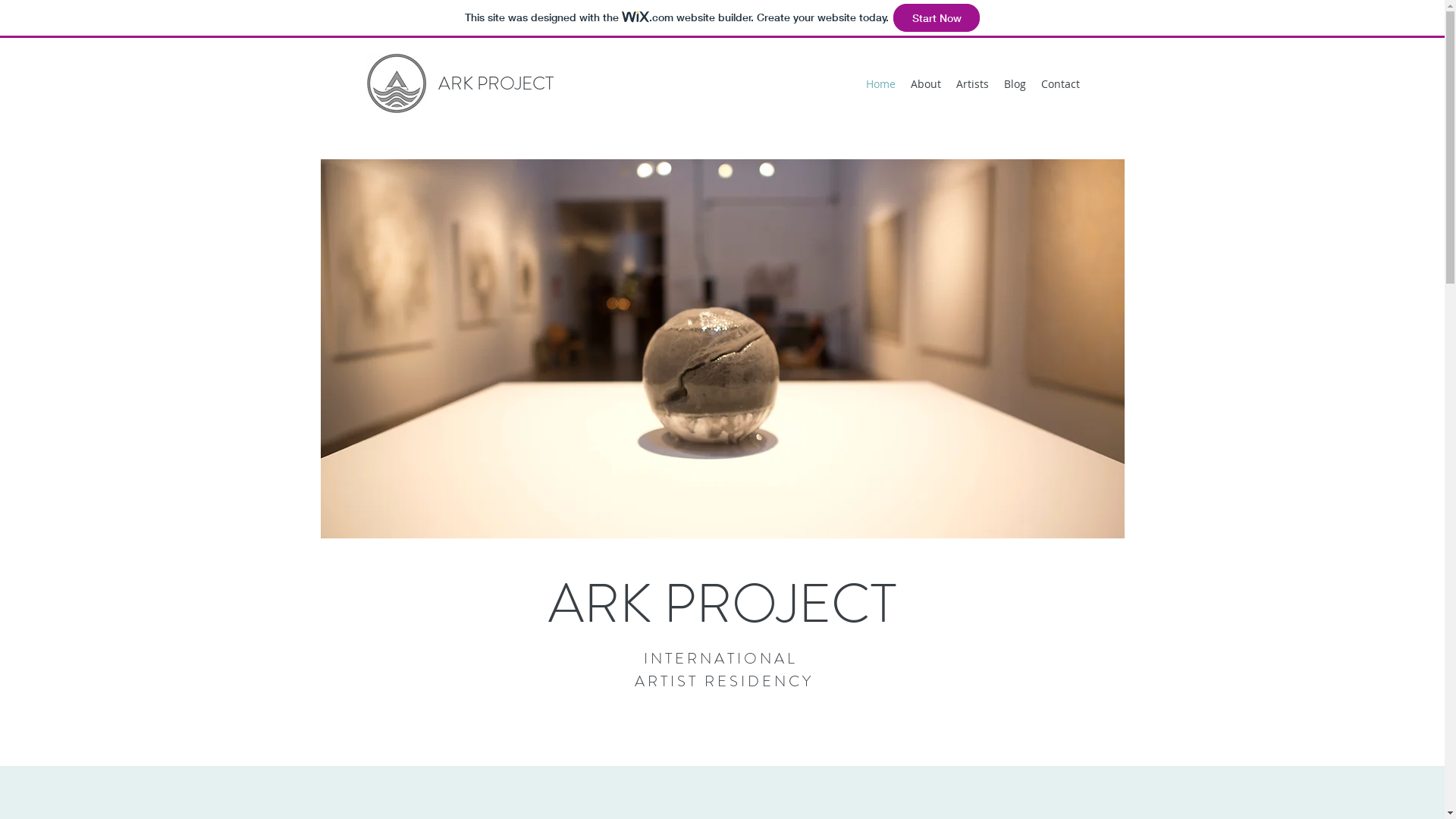  What do you see at coordinates (1059, 84) in the screenshot?
I see `'Contact'` at bounding box center [1059, 84].